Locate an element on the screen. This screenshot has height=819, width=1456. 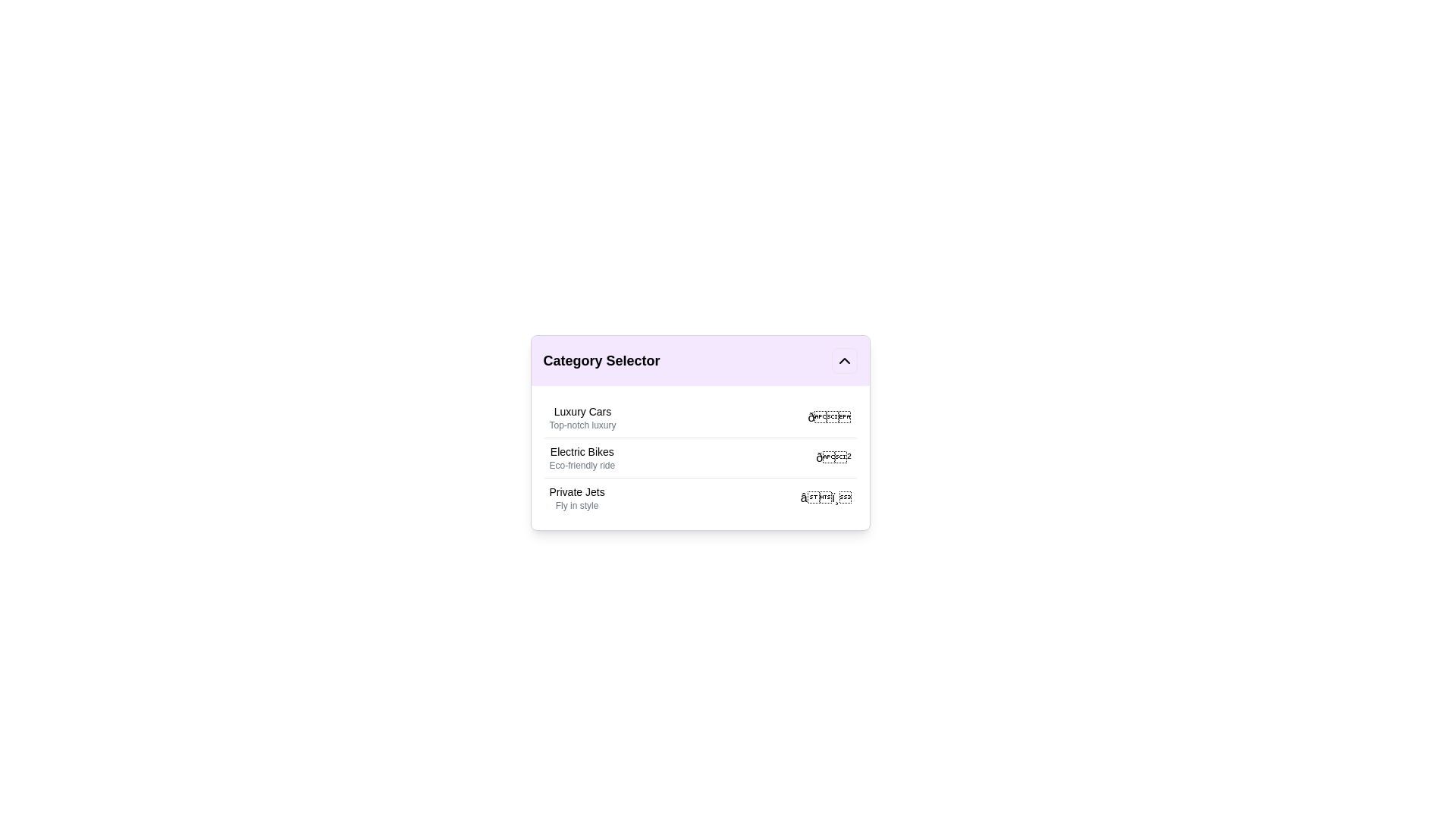
the second item in the 'Category Selector' list, which is labeled 'Electric Bikes' is located at coordinates (699, 457).